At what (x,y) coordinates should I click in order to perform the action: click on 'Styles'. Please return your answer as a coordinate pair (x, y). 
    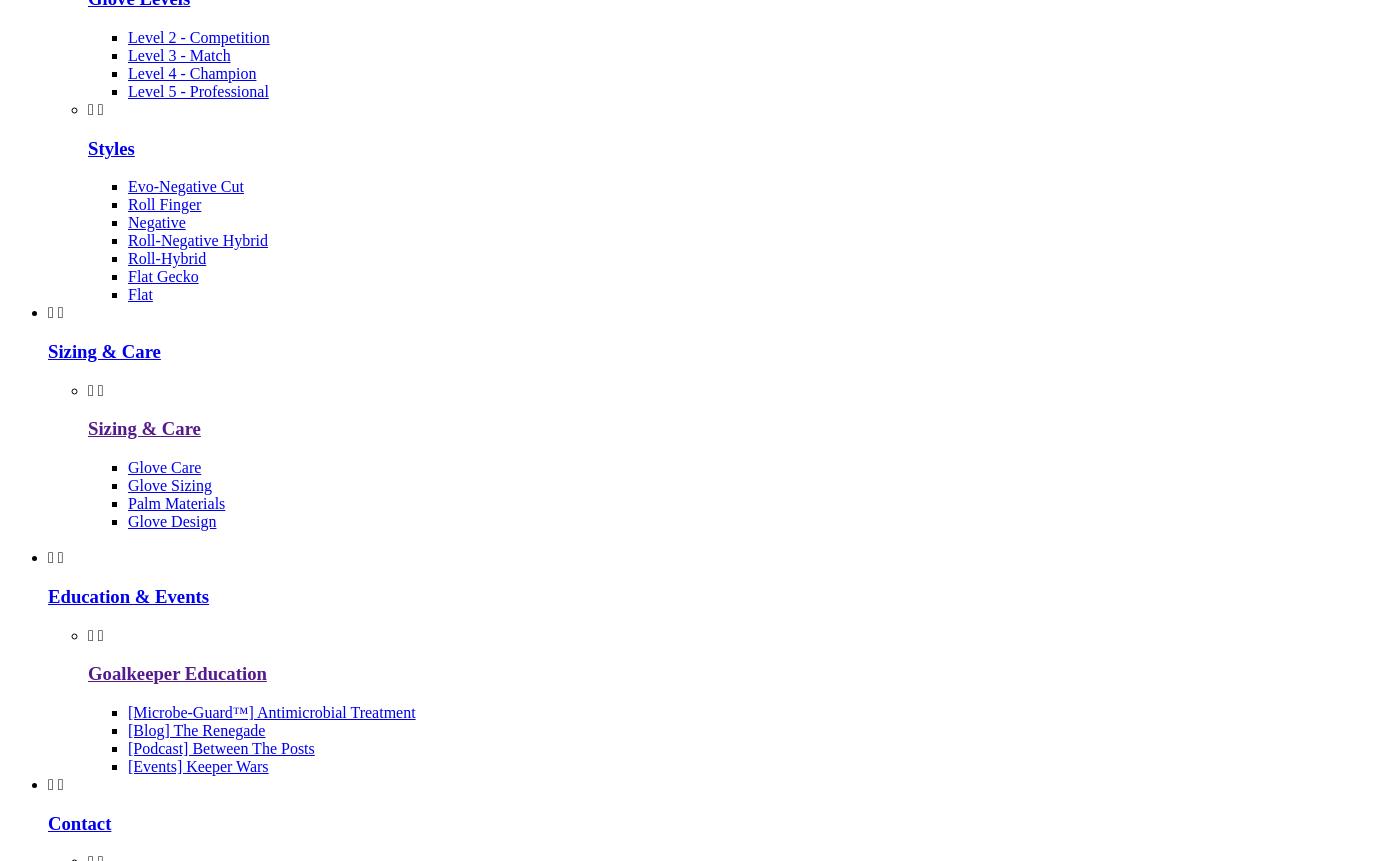
    Looking at the image, I should click on (110, 147).